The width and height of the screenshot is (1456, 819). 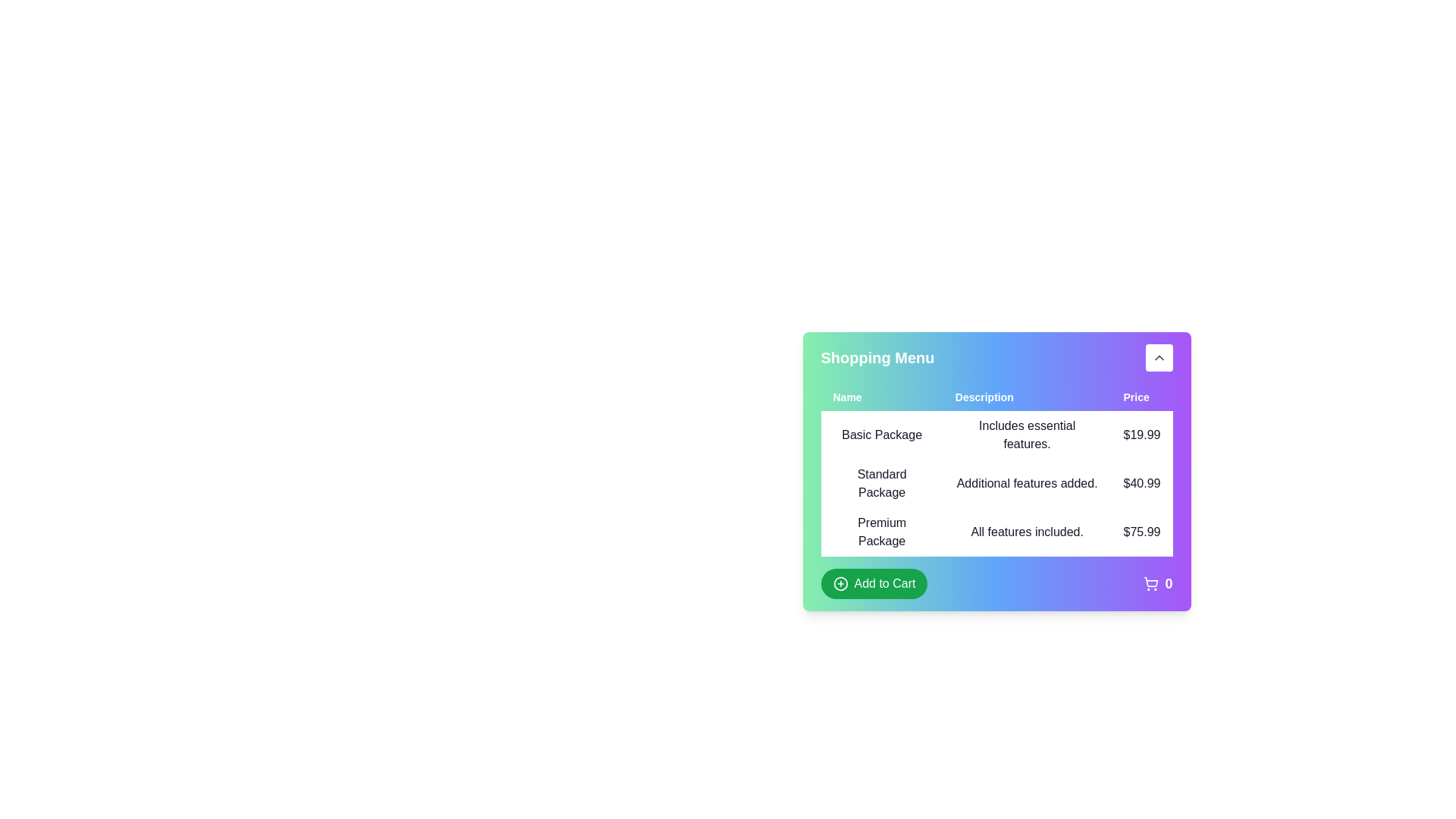 What do you see at coordinates (996, 435) in the screenshot?
I see `the Information Row displaying 'Basic Package'` at bounding box center [996, 435].